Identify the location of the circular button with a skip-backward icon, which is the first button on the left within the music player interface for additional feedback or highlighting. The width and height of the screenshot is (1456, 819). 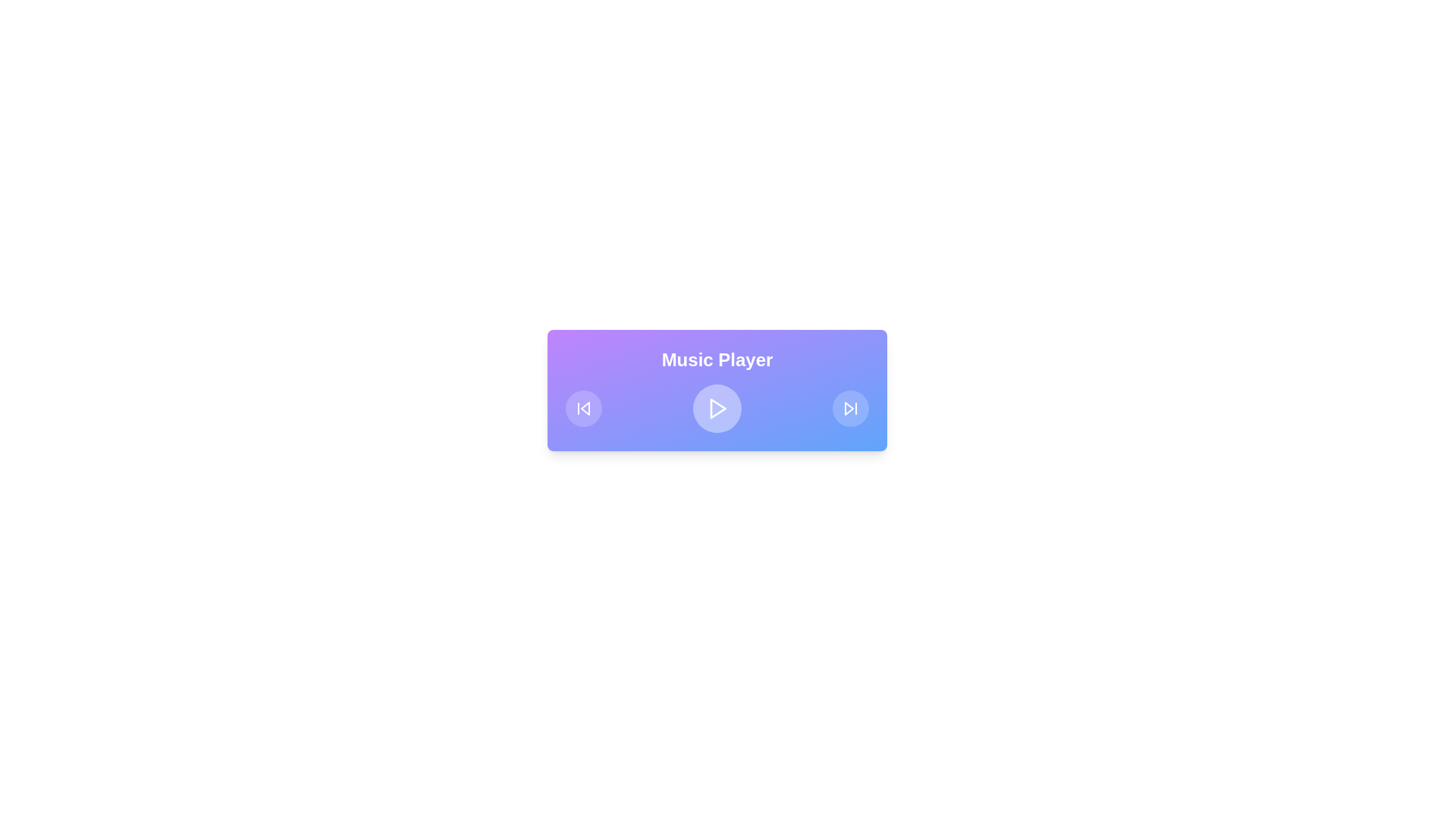
(582, 408).